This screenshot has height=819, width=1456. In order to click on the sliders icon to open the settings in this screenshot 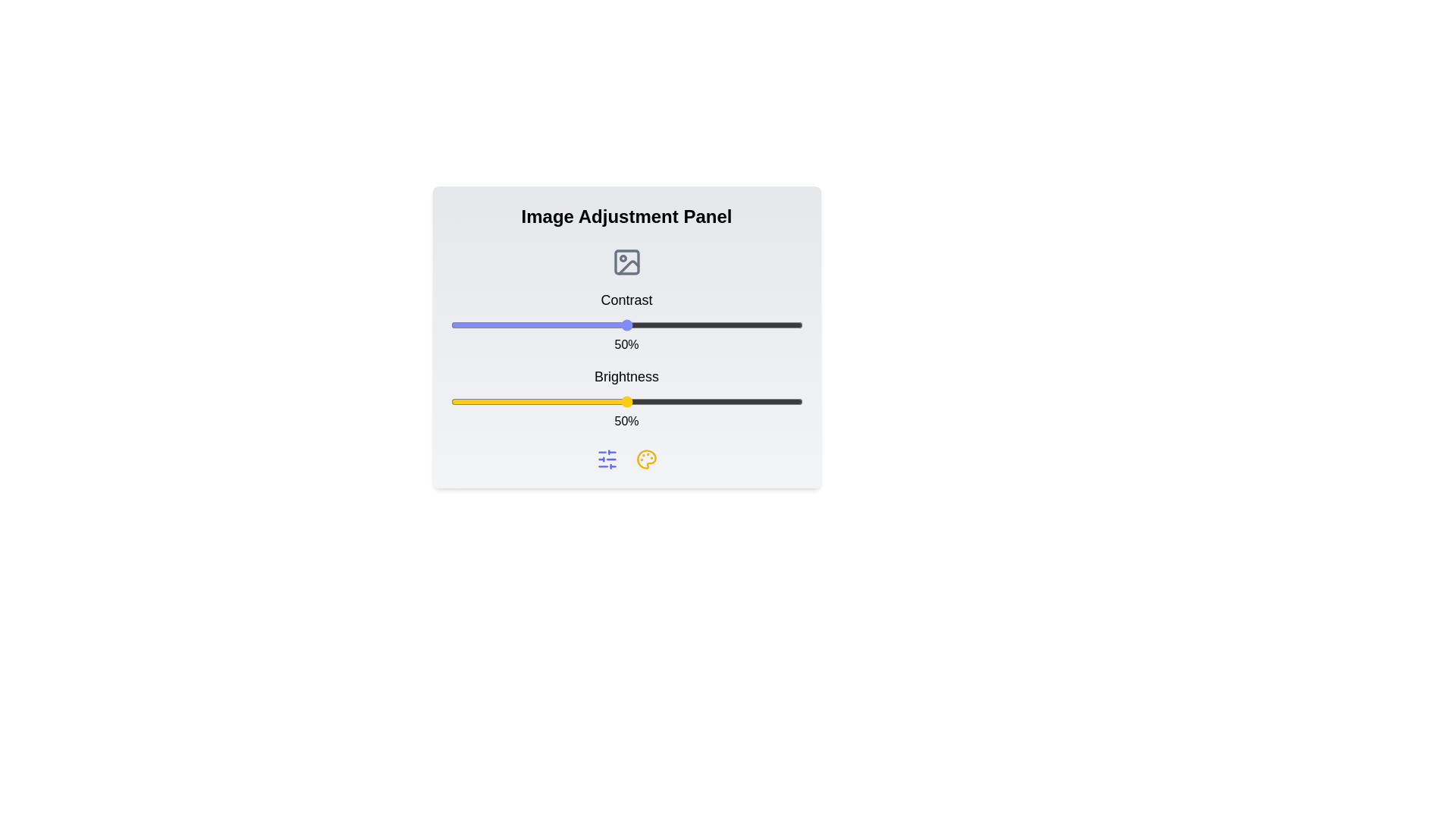, I will do `click(607, 458)`.